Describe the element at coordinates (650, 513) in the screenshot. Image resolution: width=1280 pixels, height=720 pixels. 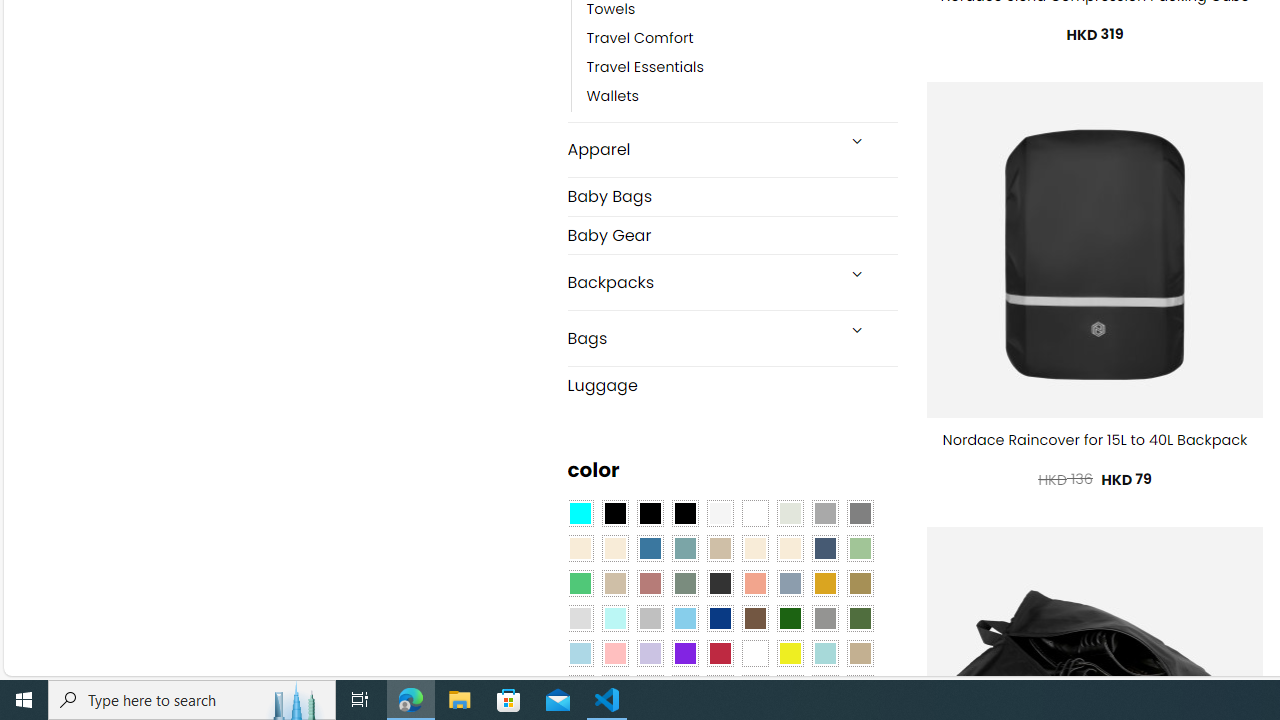
I see `'Black'` at that location.